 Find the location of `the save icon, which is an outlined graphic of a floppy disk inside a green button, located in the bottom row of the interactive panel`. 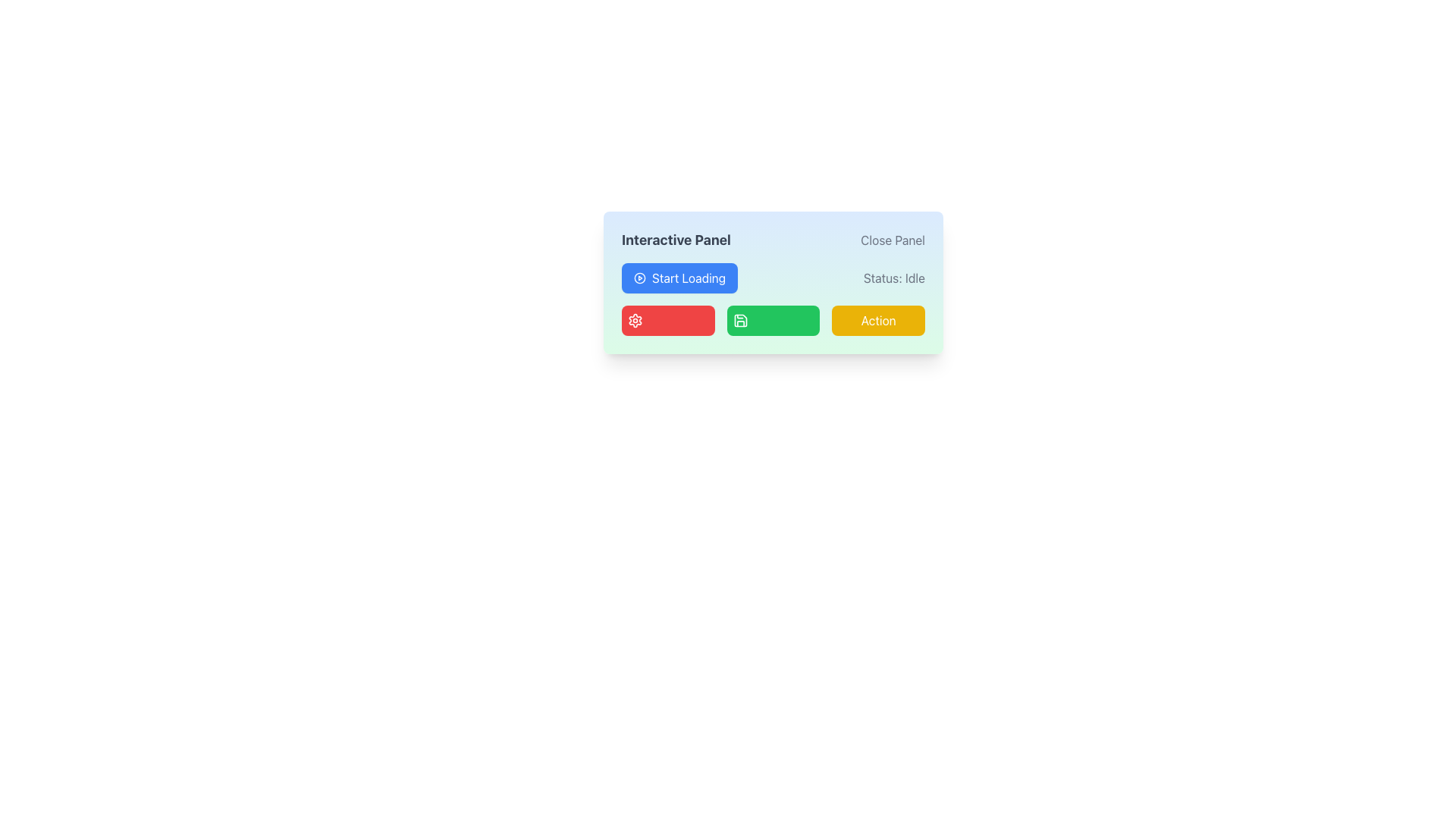

the save icon, which is an outlined graphic of a floppy disk inside a green button, located in the bottom row of the interactive panel is located at coordinates (740, 320).